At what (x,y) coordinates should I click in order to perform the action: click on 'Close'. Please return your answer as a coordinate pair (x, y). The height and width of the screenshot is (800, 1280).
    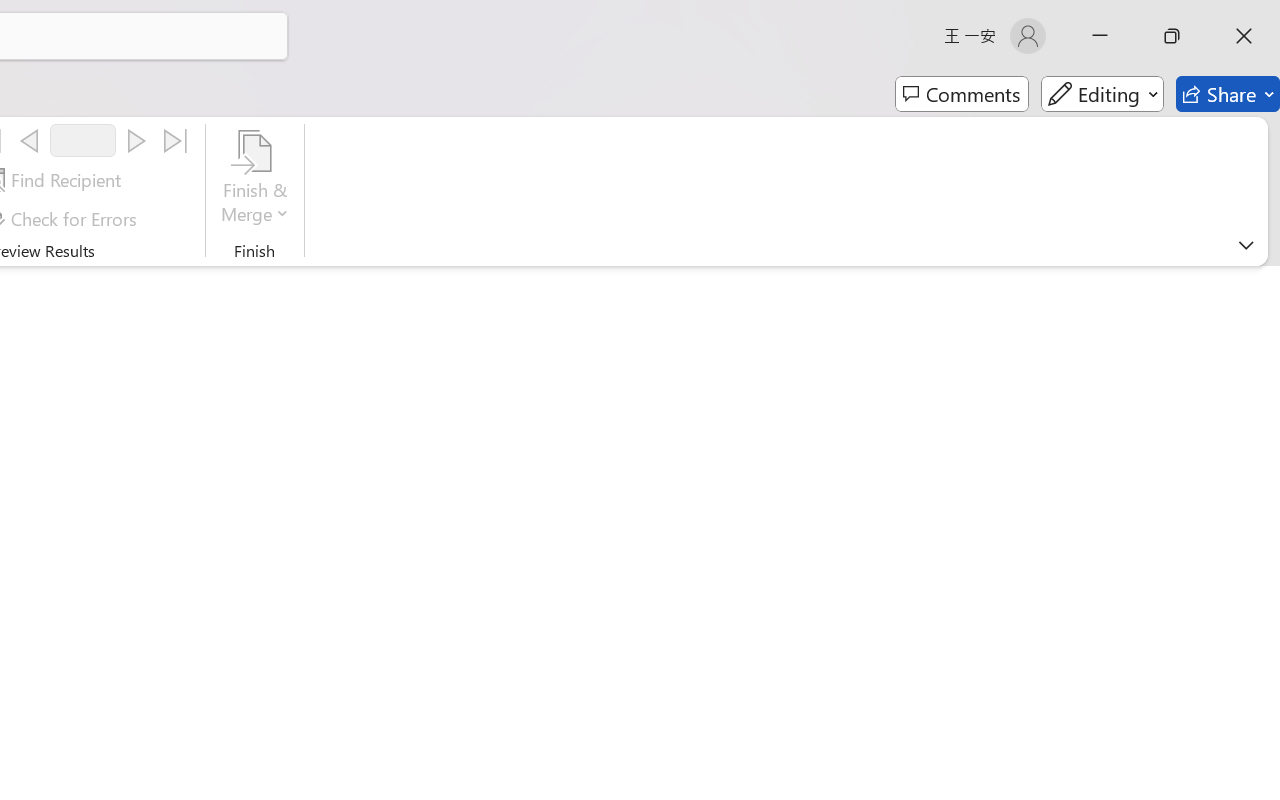
    Looking at the image, I should click on (1243, 35).